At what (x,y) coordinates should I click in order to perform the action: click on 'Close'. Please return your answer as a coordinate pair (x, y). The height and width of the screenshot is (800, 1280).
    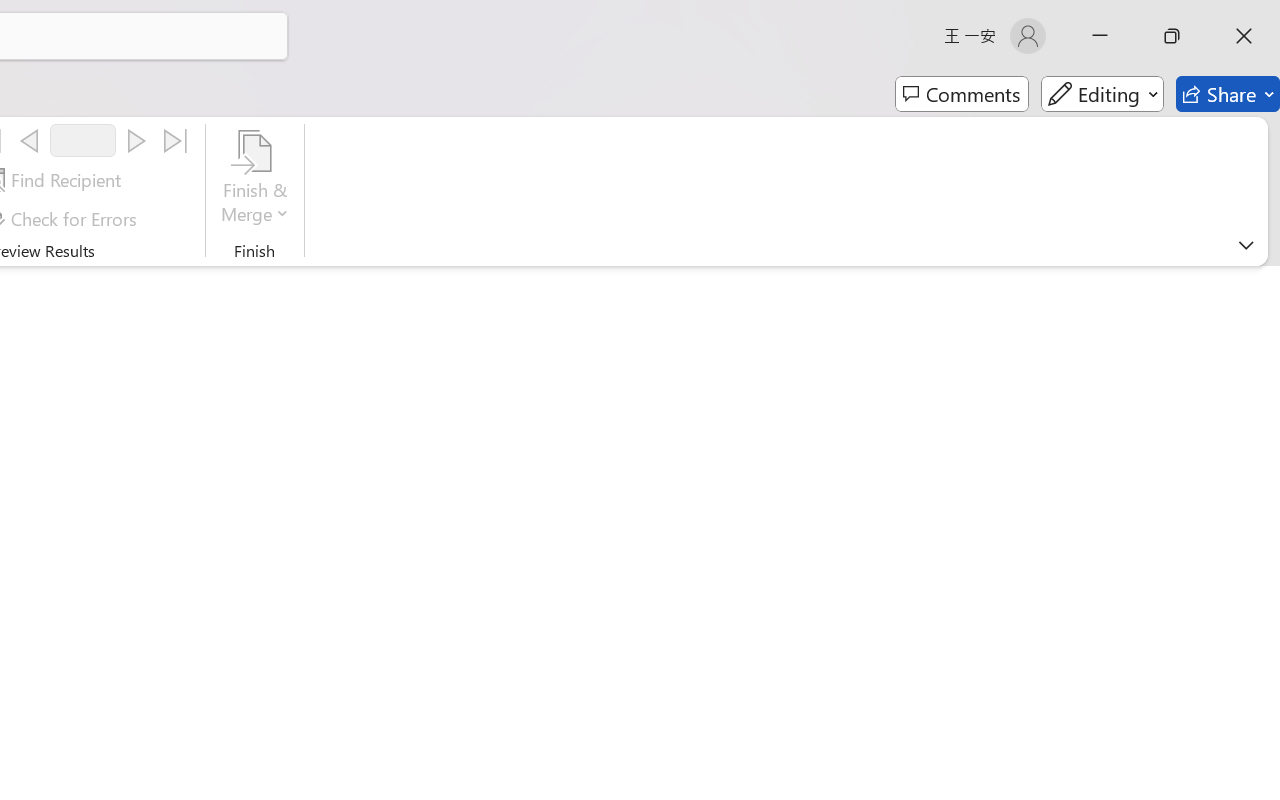
    Looking at the image, I should click on (1243, 35).